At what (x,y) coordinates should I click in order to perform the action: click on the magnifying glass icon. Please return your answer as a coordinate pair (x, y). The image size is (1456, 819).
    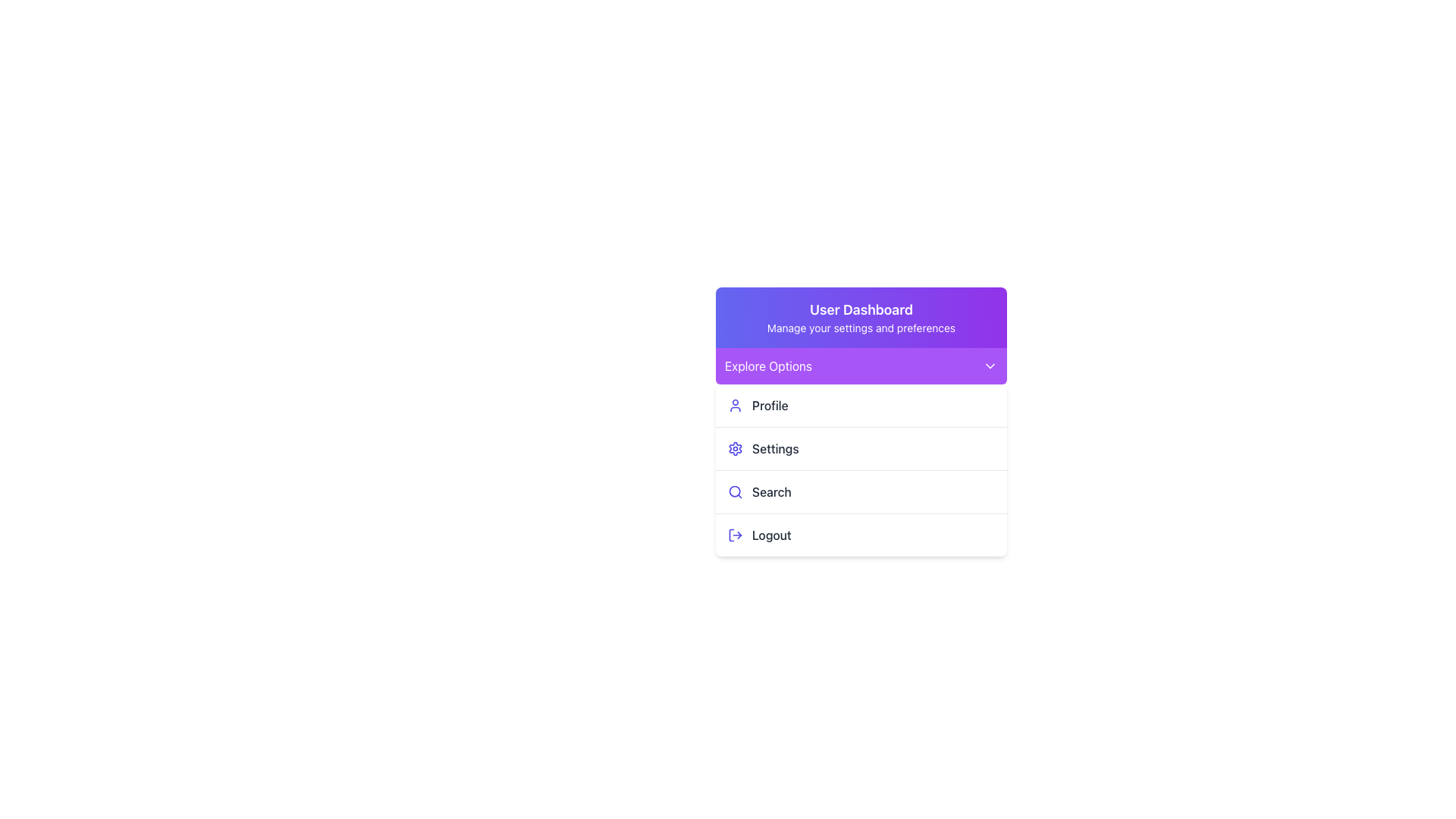
    Looking at the image, I should click on (735, 491).